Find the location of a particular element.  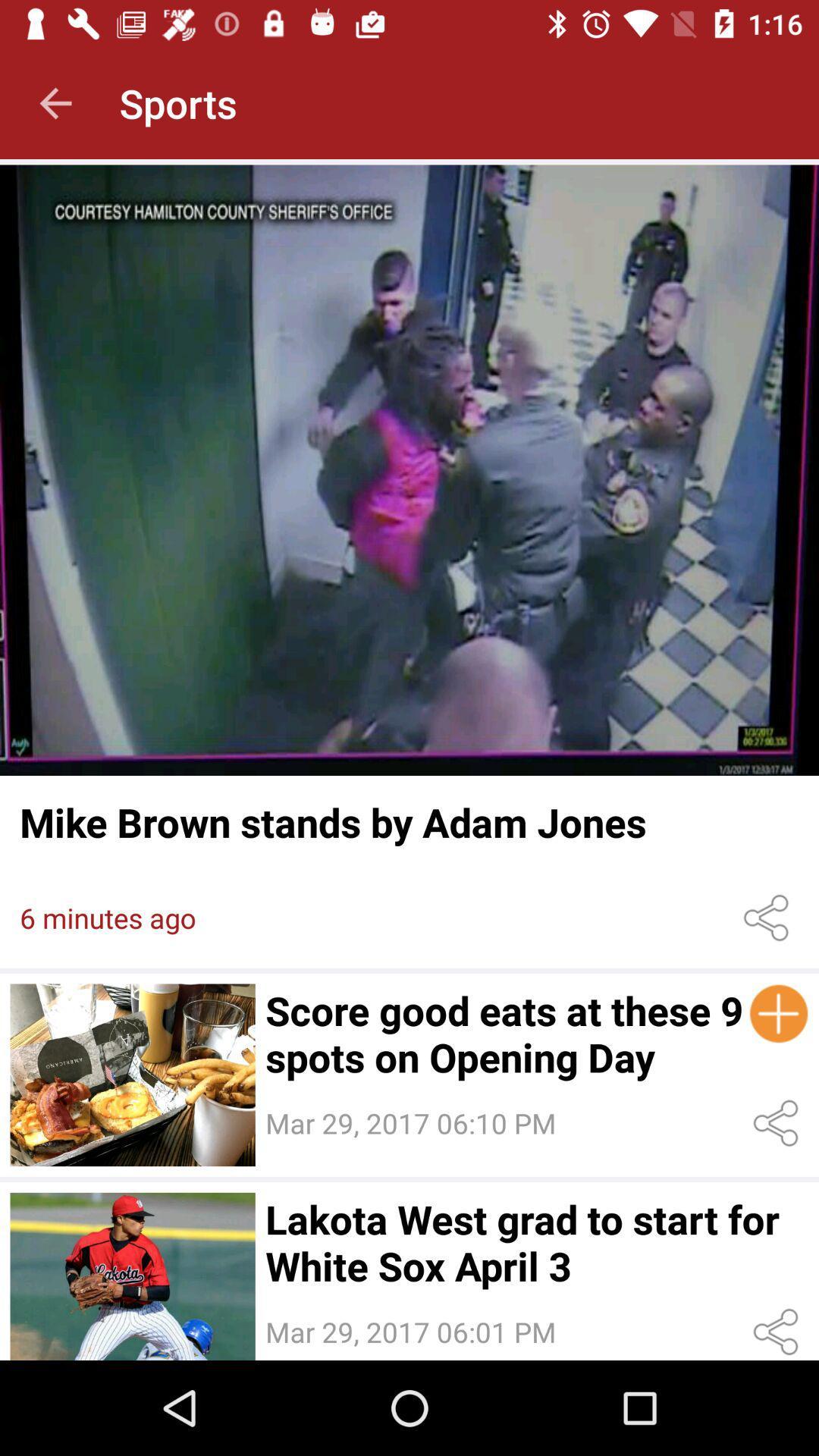

share the article is located at coordinates (779, 1123).